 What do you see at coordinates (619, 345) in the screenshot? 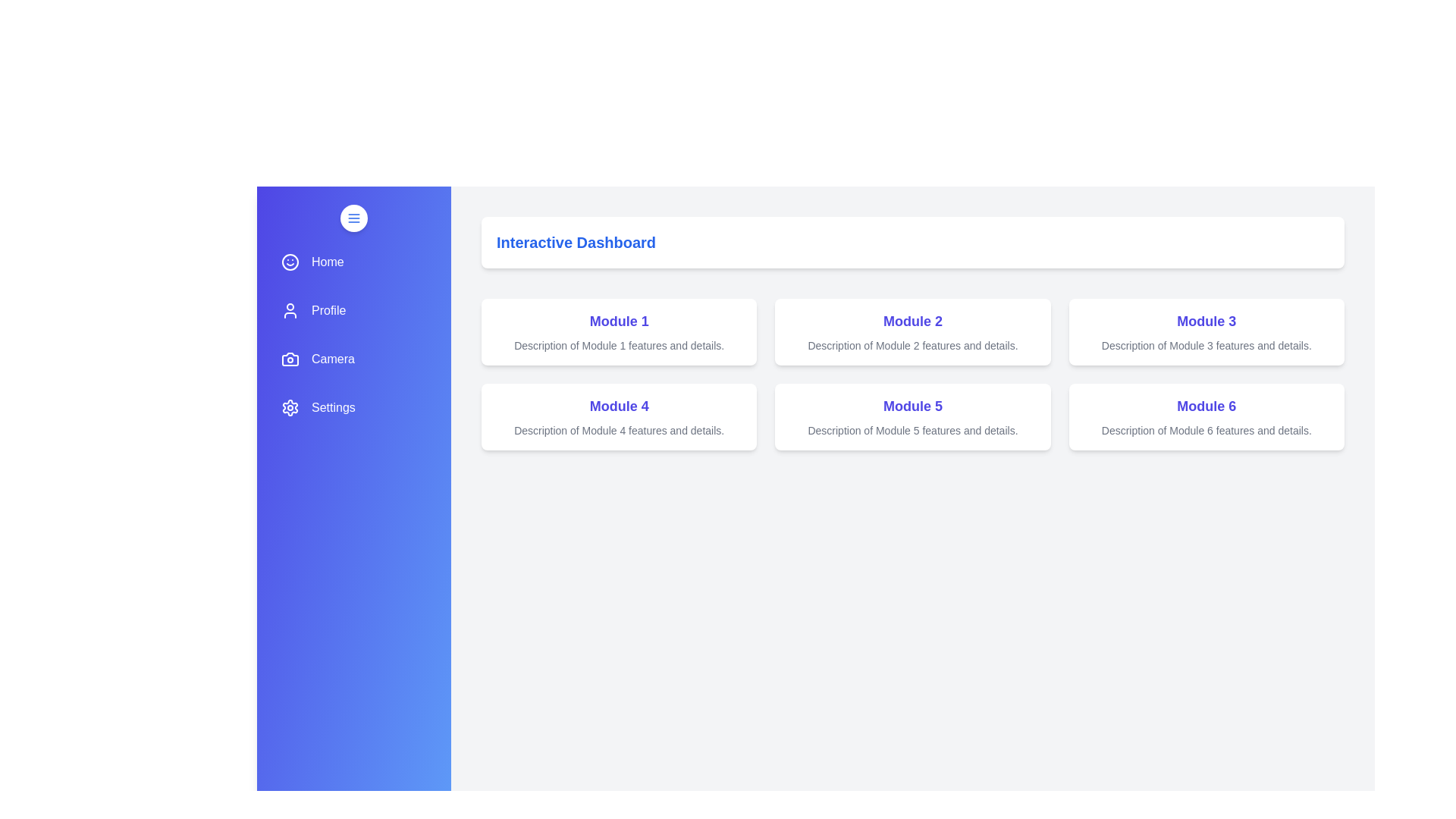
I see `the Text label that provides additional details about Module 1, located below the title 'Module 1' in the first row and first column of the module grid` at bounding box center [619, 345].